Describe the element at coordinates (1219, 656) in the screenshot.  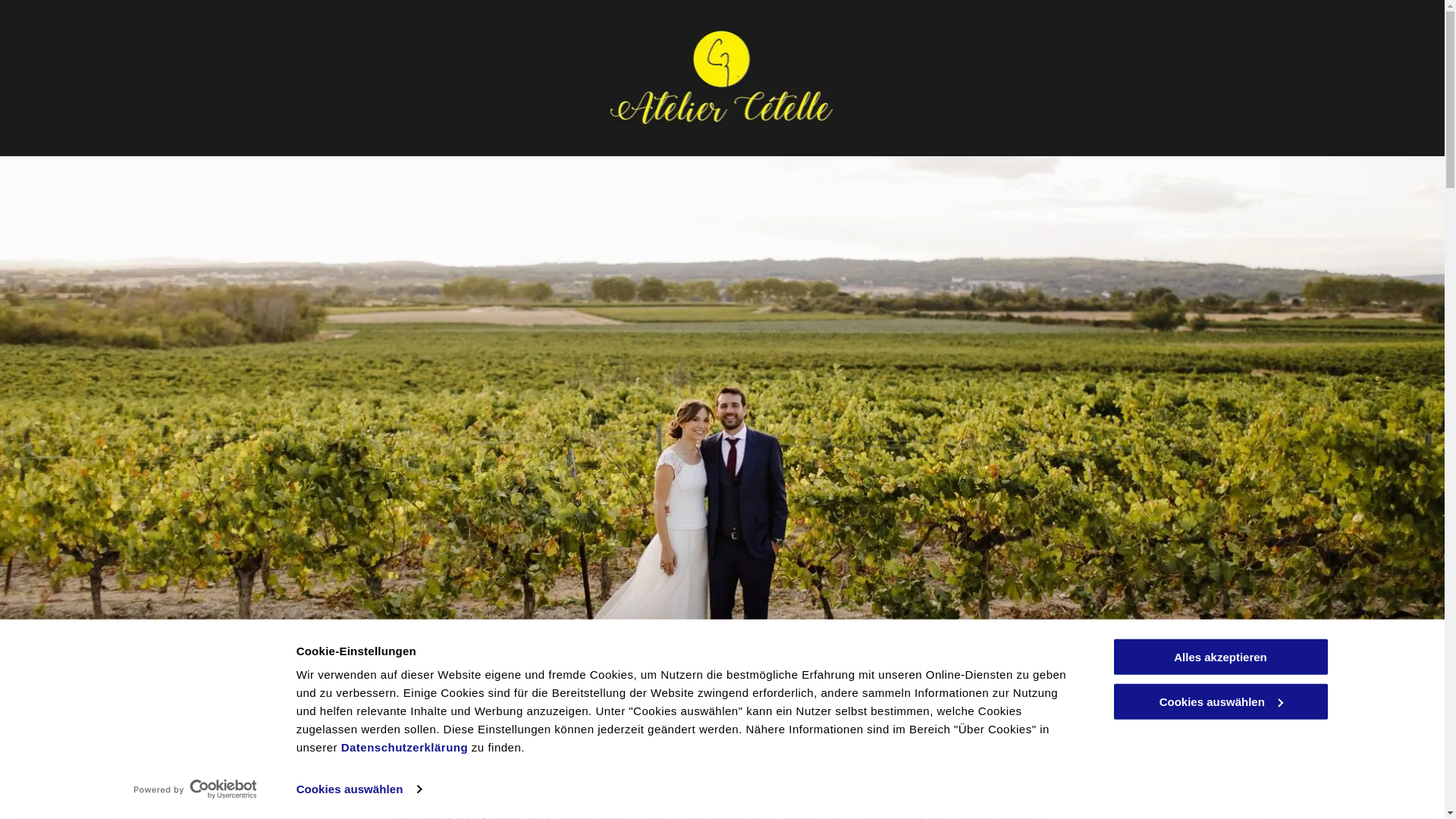
I see `'Alles akzeptieren'` at that location.